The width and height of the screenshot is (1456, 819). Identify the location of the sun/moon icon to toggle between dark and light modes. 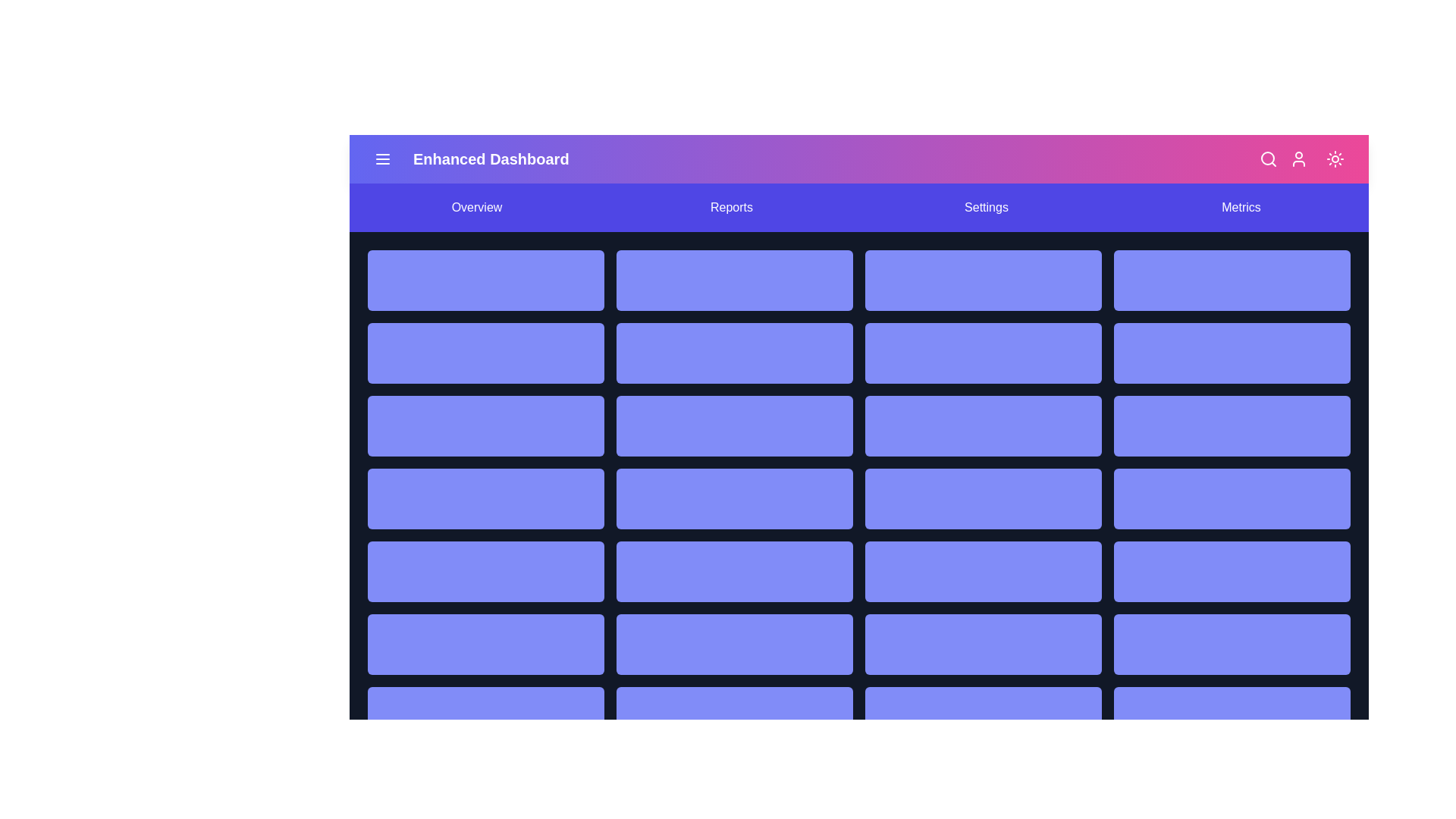
(1335, 158).